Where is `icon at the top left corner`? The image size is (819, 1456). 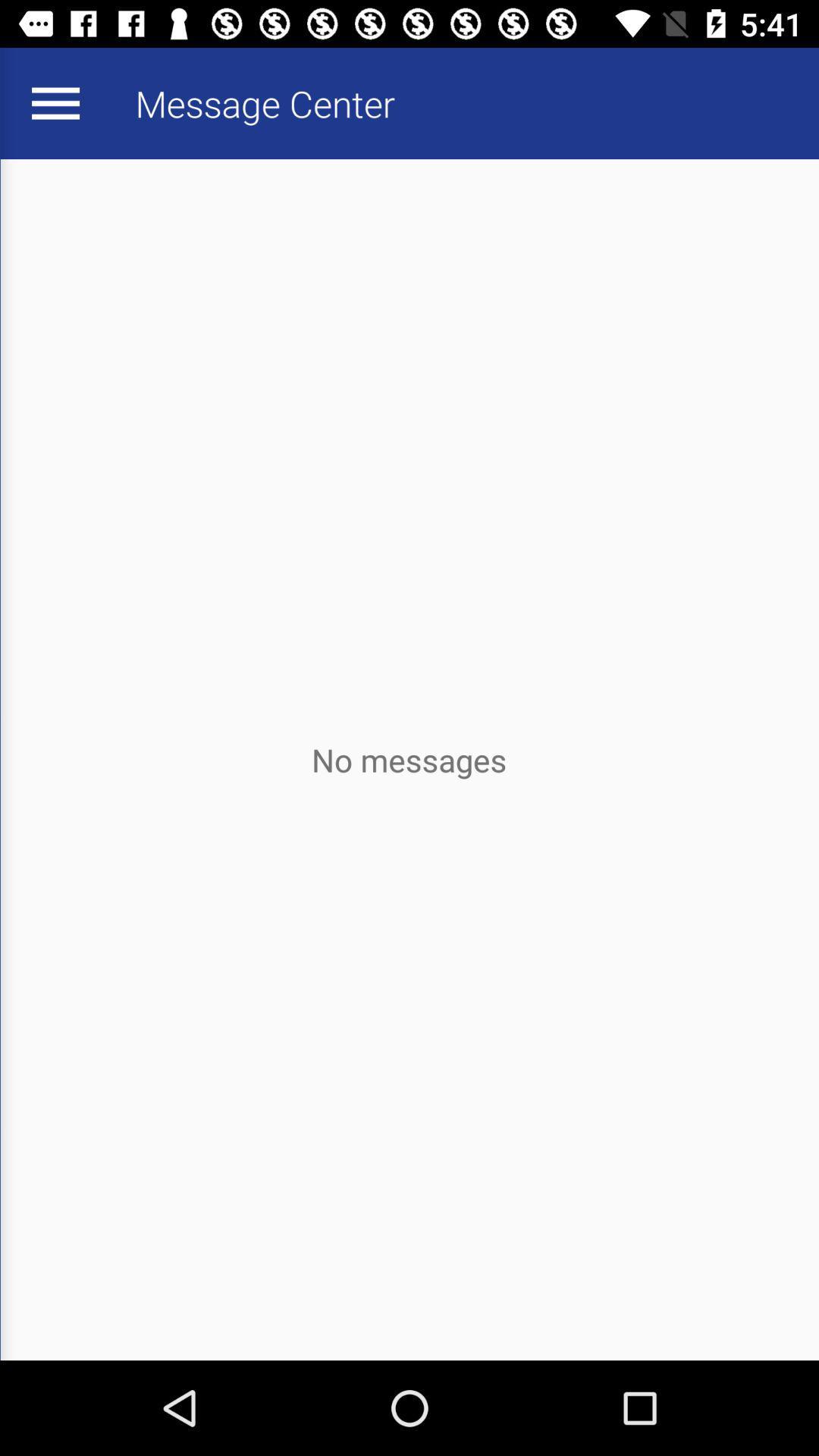
icon at the top left corner is located at coordinates (55, 102).